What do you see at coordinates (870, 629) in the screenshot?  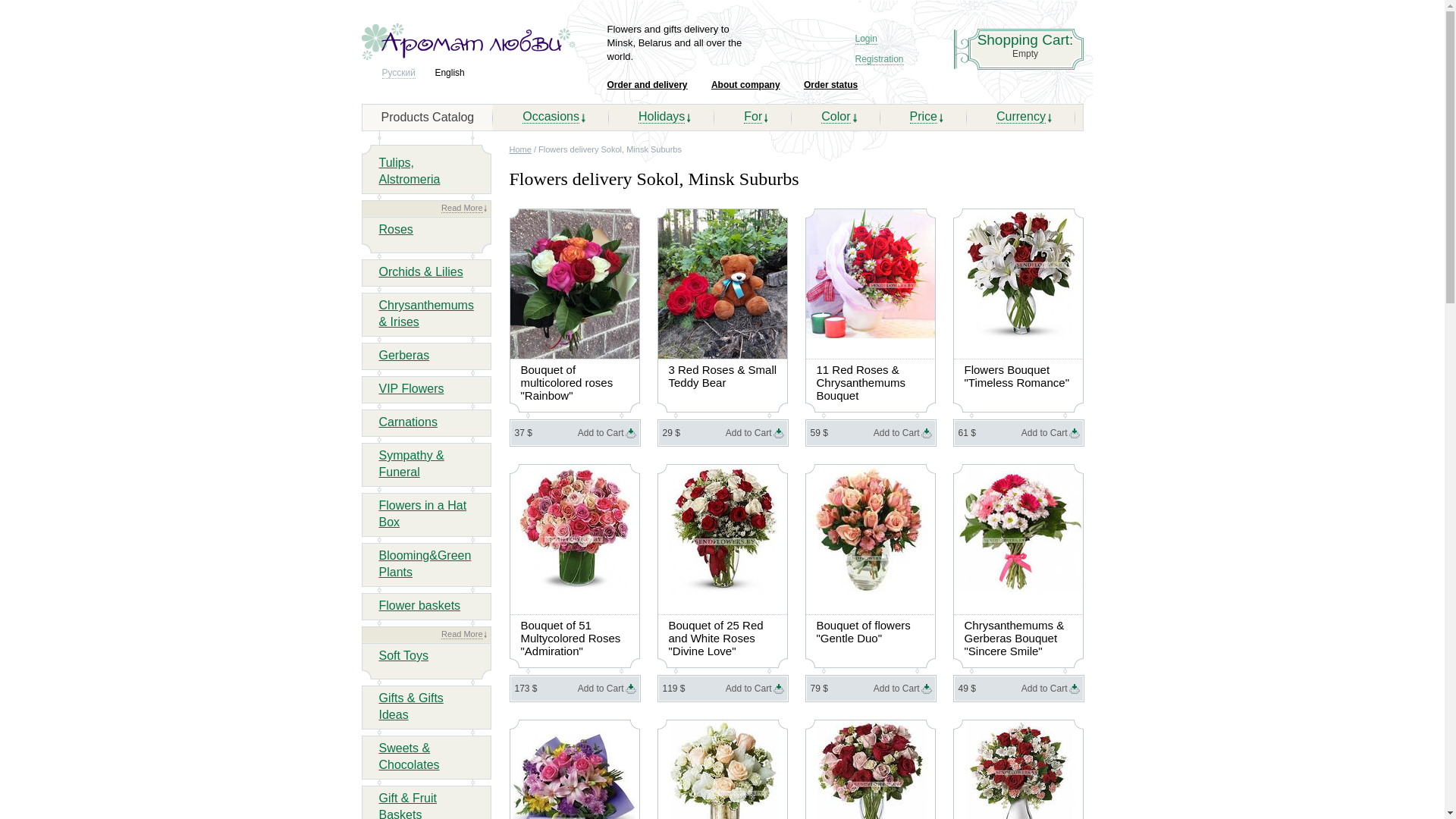 I see `'Bouquet of flowers "Gentle Duo"'` at bounding box center [870, 629].